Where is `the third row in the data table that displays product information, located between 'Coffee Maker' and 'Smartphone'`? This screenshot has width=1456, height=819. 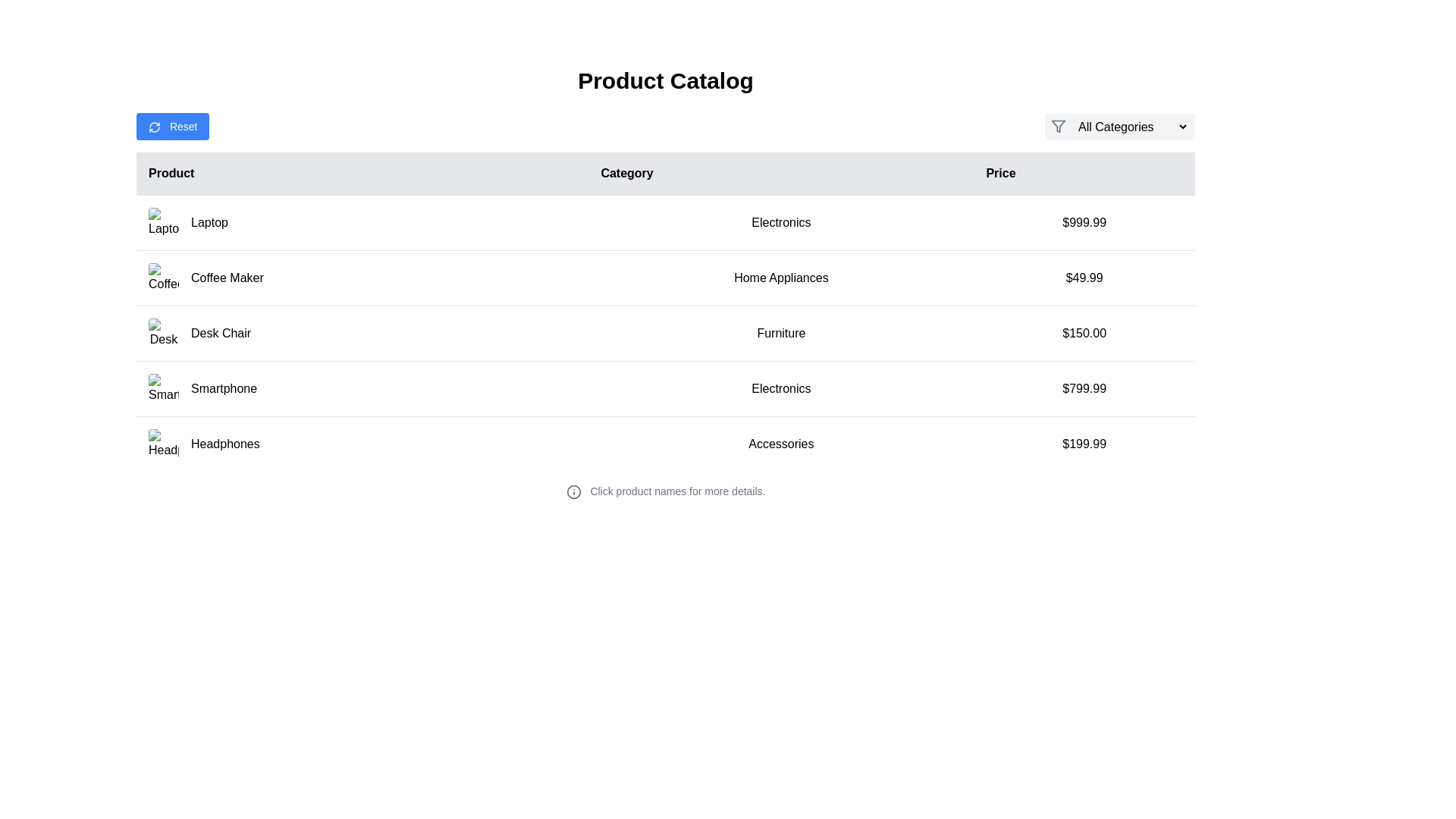 the third row in the data table that displays product information, located between 'Coffee Maker' and 'Smartphone' is located at coordinates (666, 332).